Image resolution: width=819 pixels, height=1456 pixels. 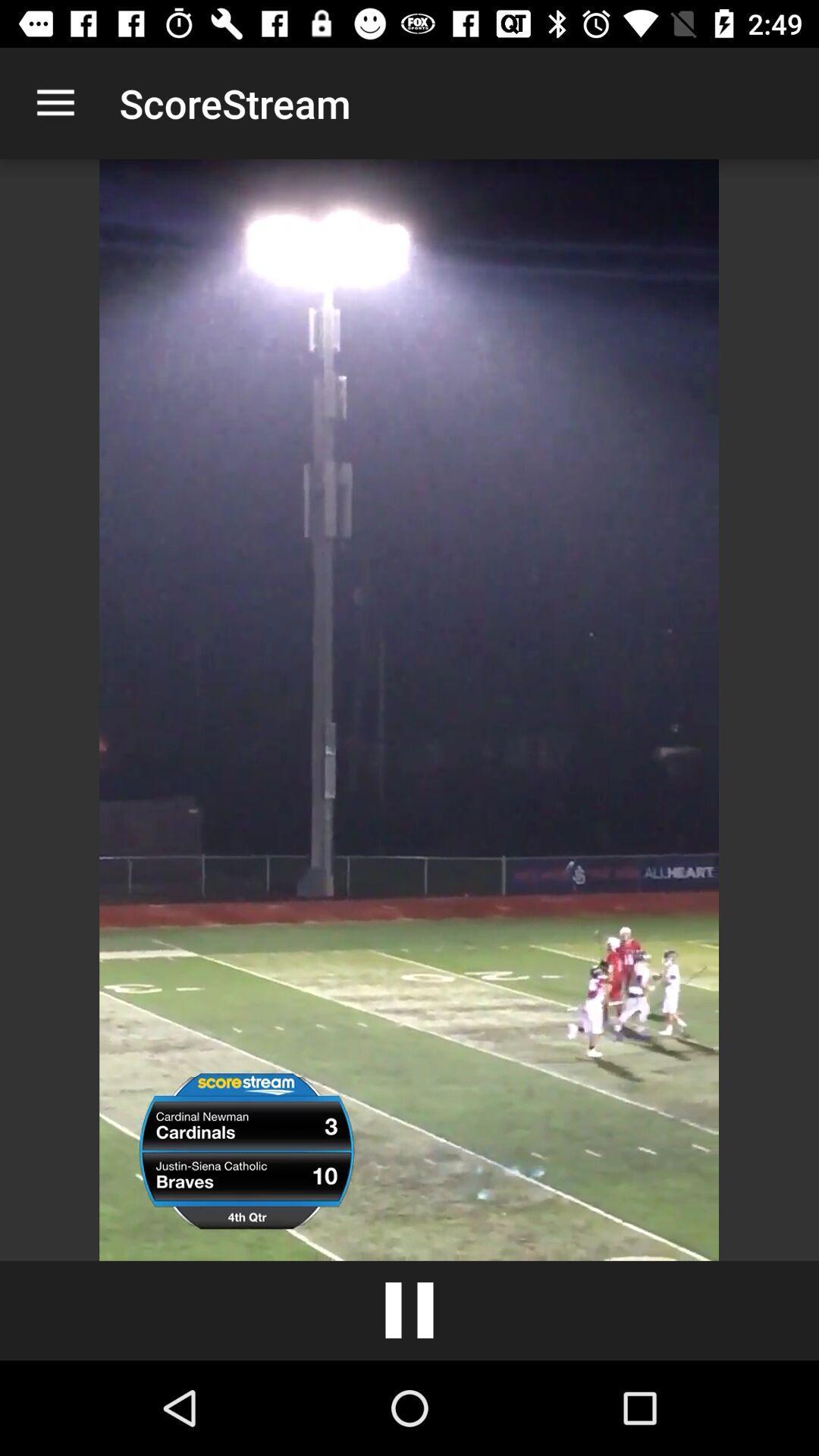 I want to click on play, so click(x=409, y=1310).